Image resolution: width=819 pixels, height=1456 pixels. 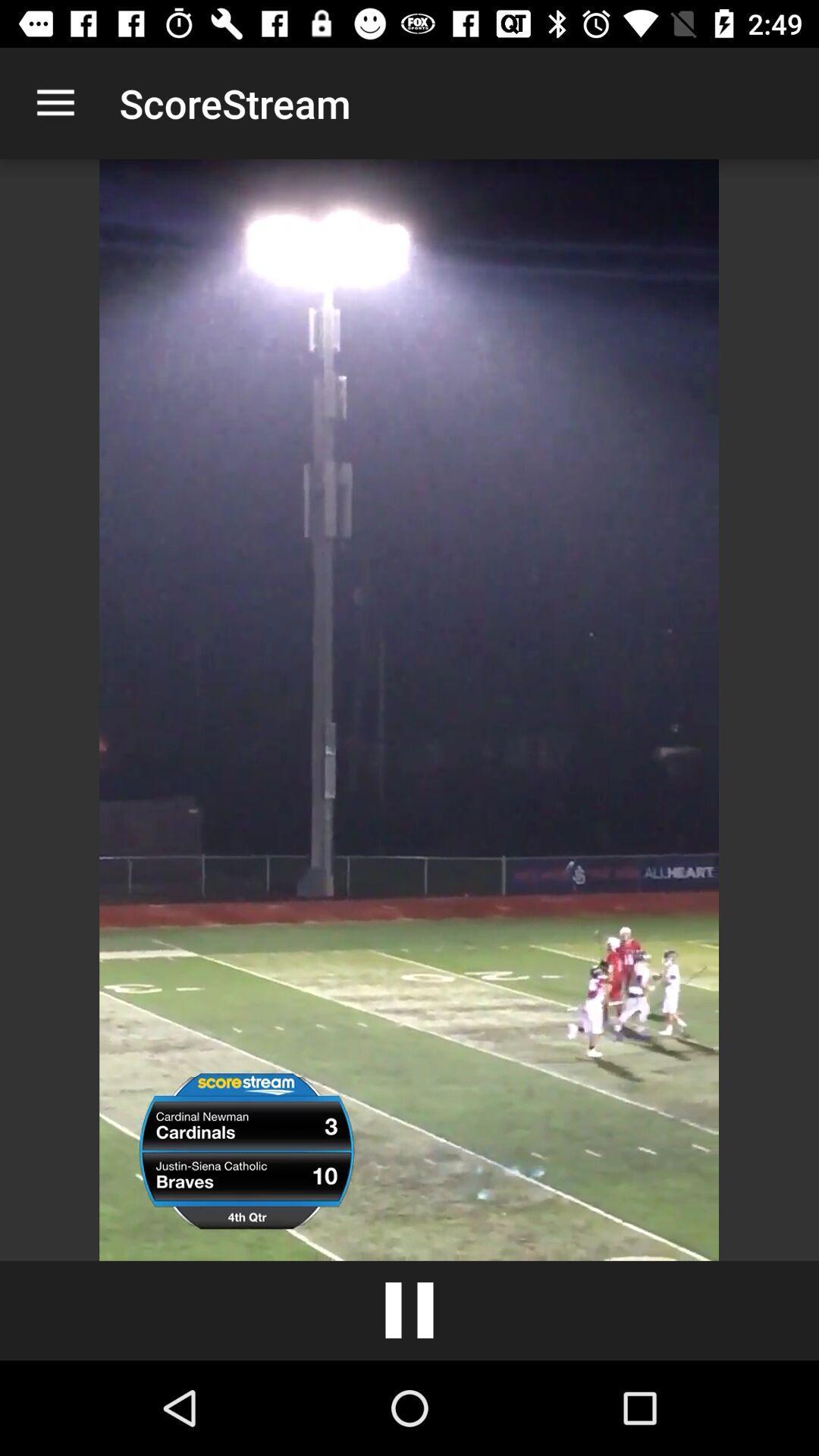 I want to click on play, so click(x=409, y=1310).